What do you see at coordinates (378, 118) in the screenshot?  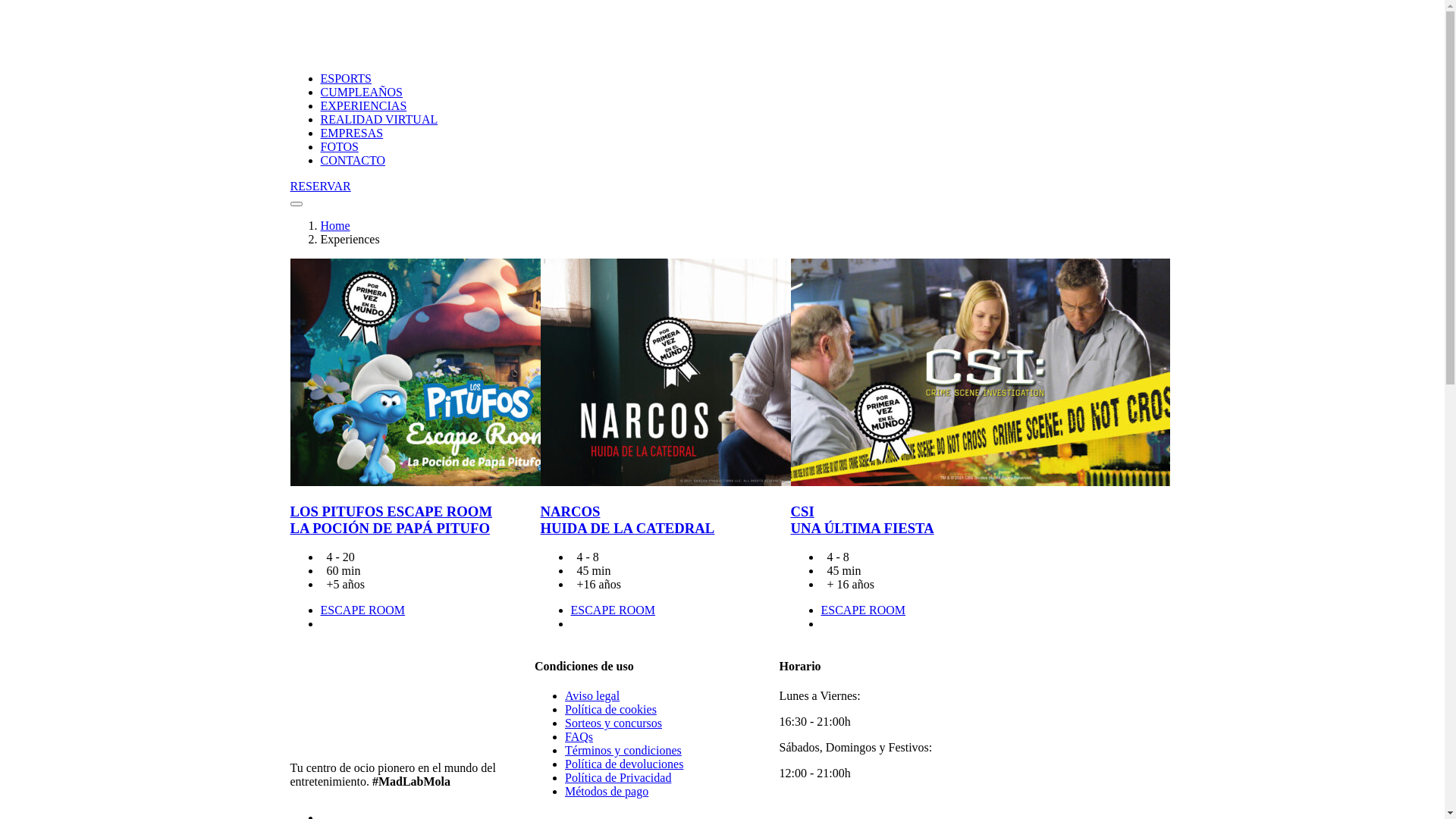 I see `'REALIDAD VIRTUAL'` at bounding box center [378, 118].